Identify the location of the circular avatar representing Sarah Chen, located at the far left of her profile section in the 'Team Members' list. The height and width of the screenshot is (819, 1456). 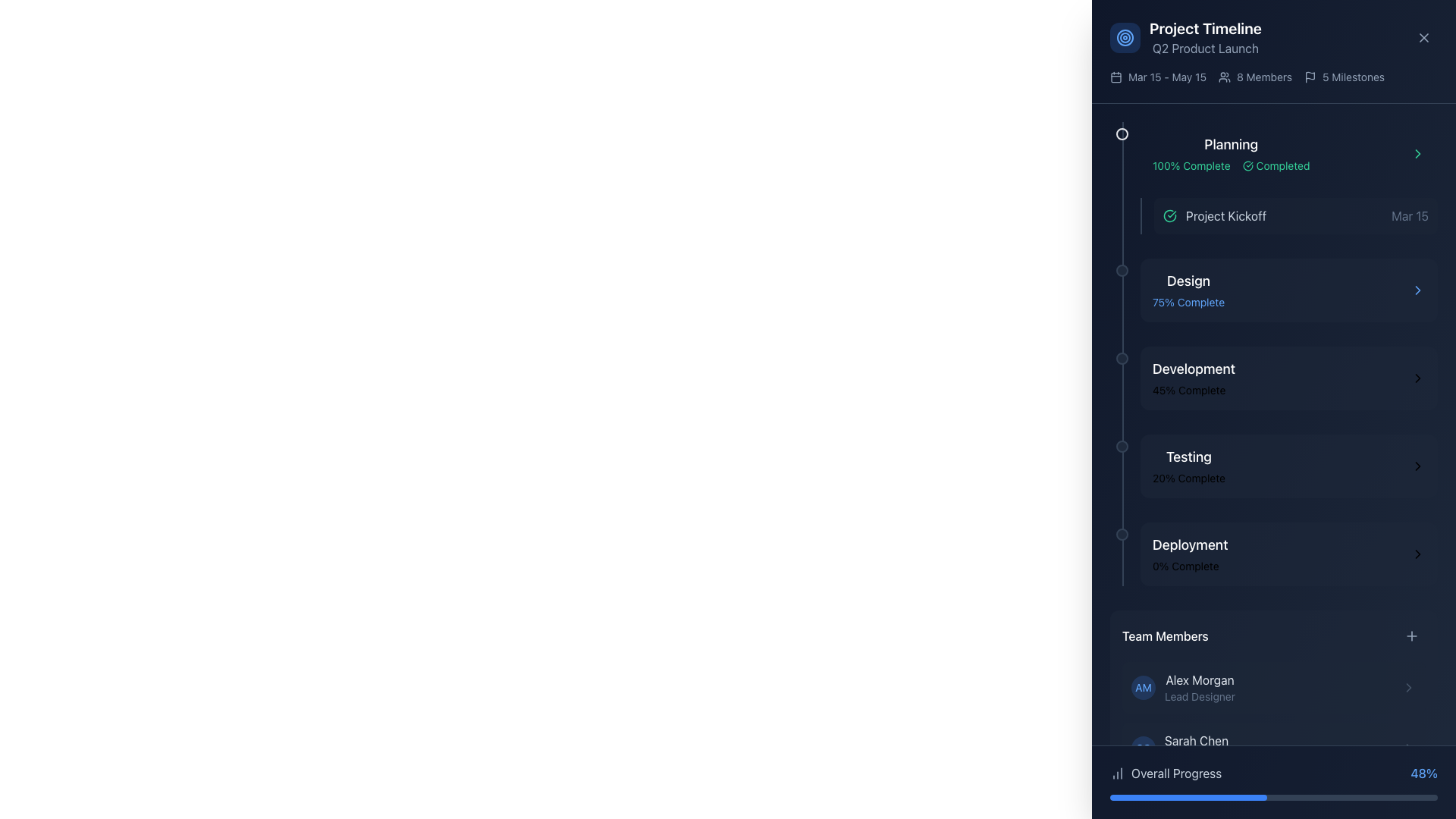
(1143, 748).